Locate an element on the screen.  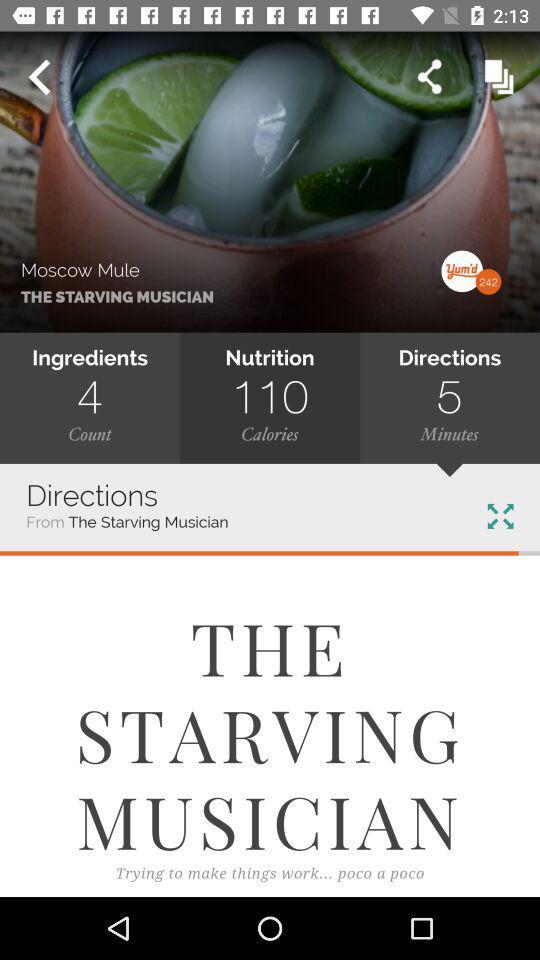
the share icon is located at coordinates (428, 77).